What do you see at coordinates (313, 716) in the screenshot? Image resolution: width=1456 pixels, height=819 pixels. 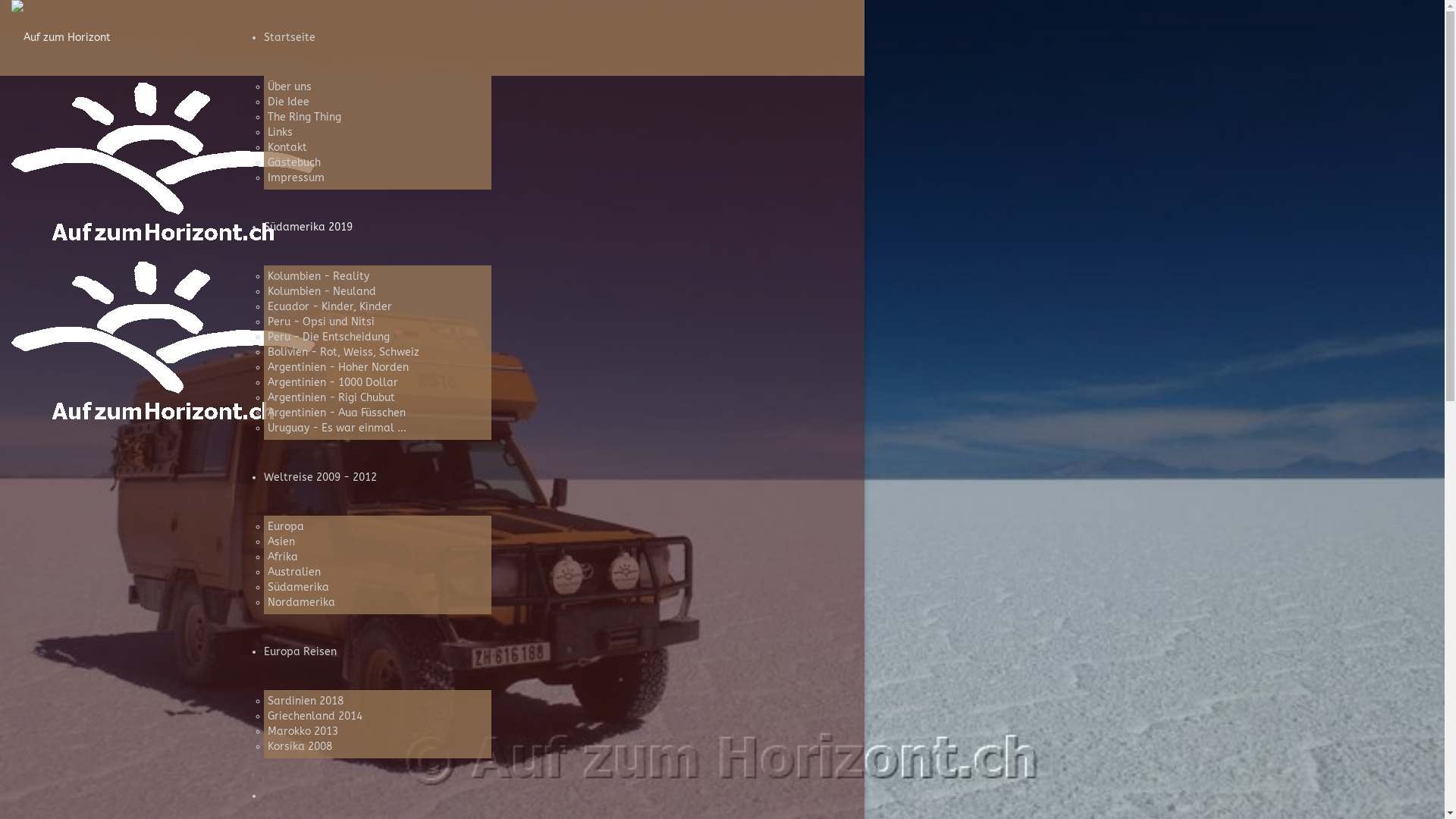 I see `'Griechenland 2014'` at bounding box center [313, 716].